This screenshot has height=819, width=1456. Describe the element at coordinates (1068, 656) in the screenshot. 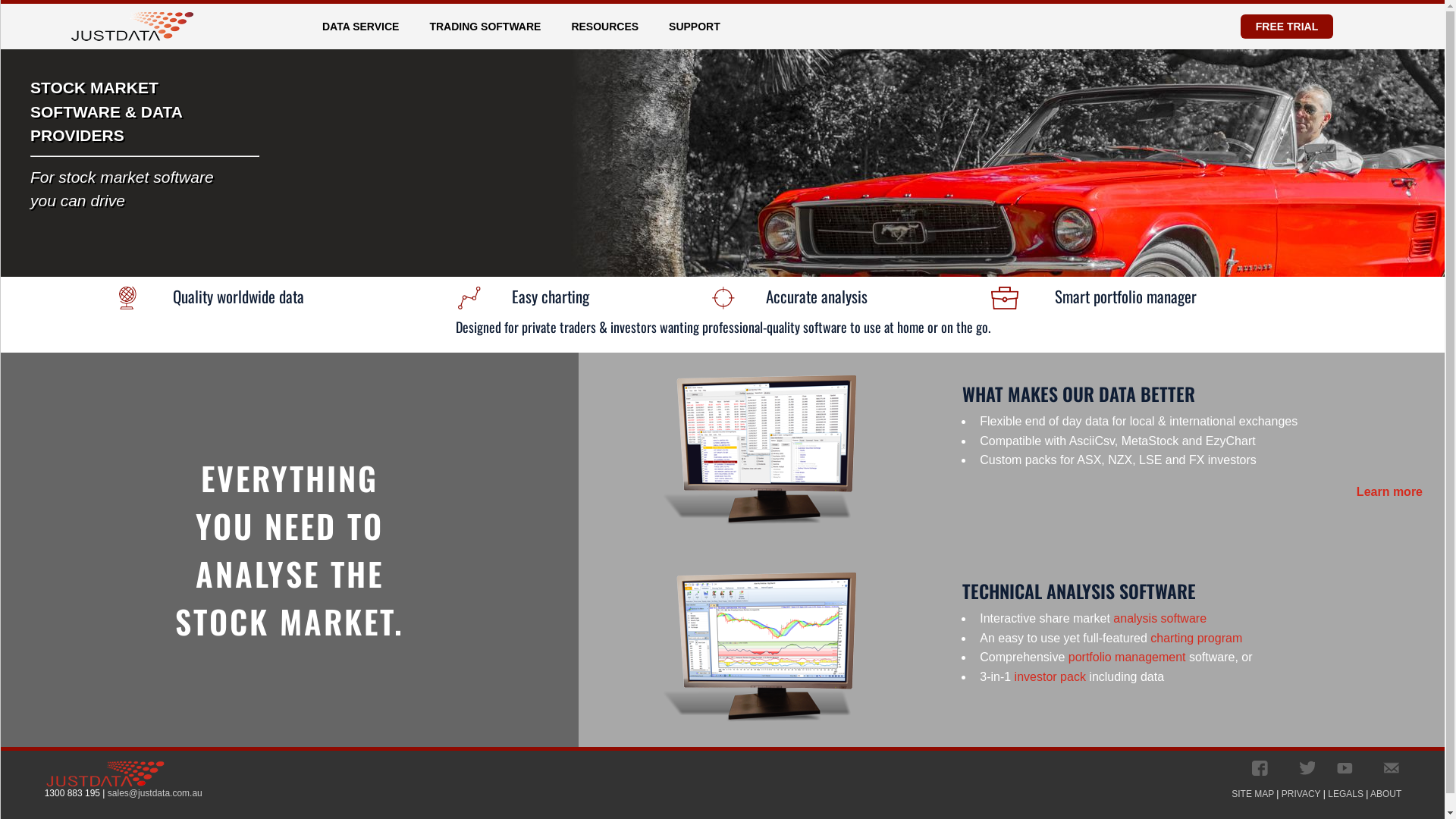

I see `'portfolio management'` at that location.